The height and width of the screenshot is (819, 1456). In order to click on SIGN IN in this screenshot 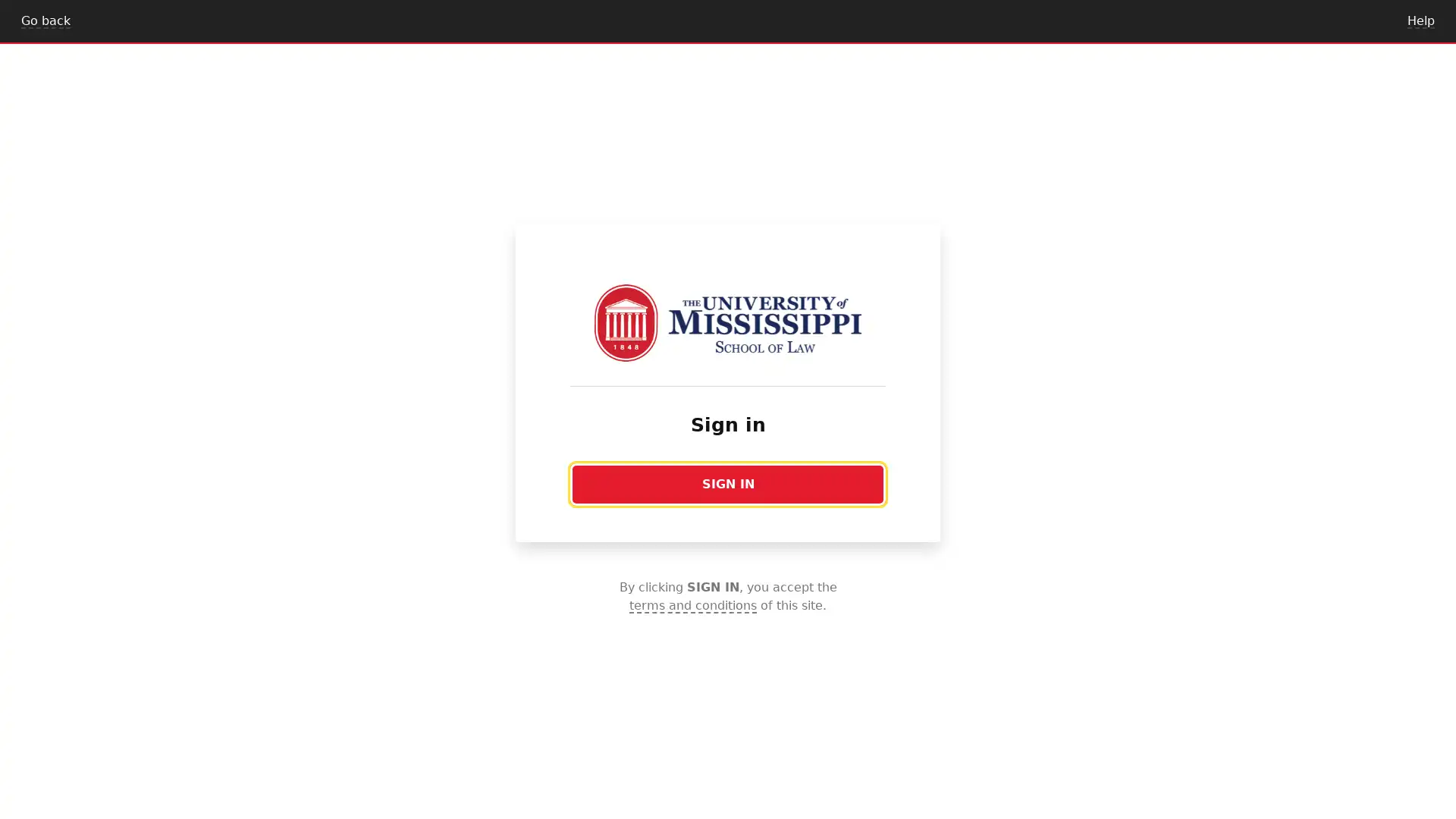, I will do `click(728, 485)`.